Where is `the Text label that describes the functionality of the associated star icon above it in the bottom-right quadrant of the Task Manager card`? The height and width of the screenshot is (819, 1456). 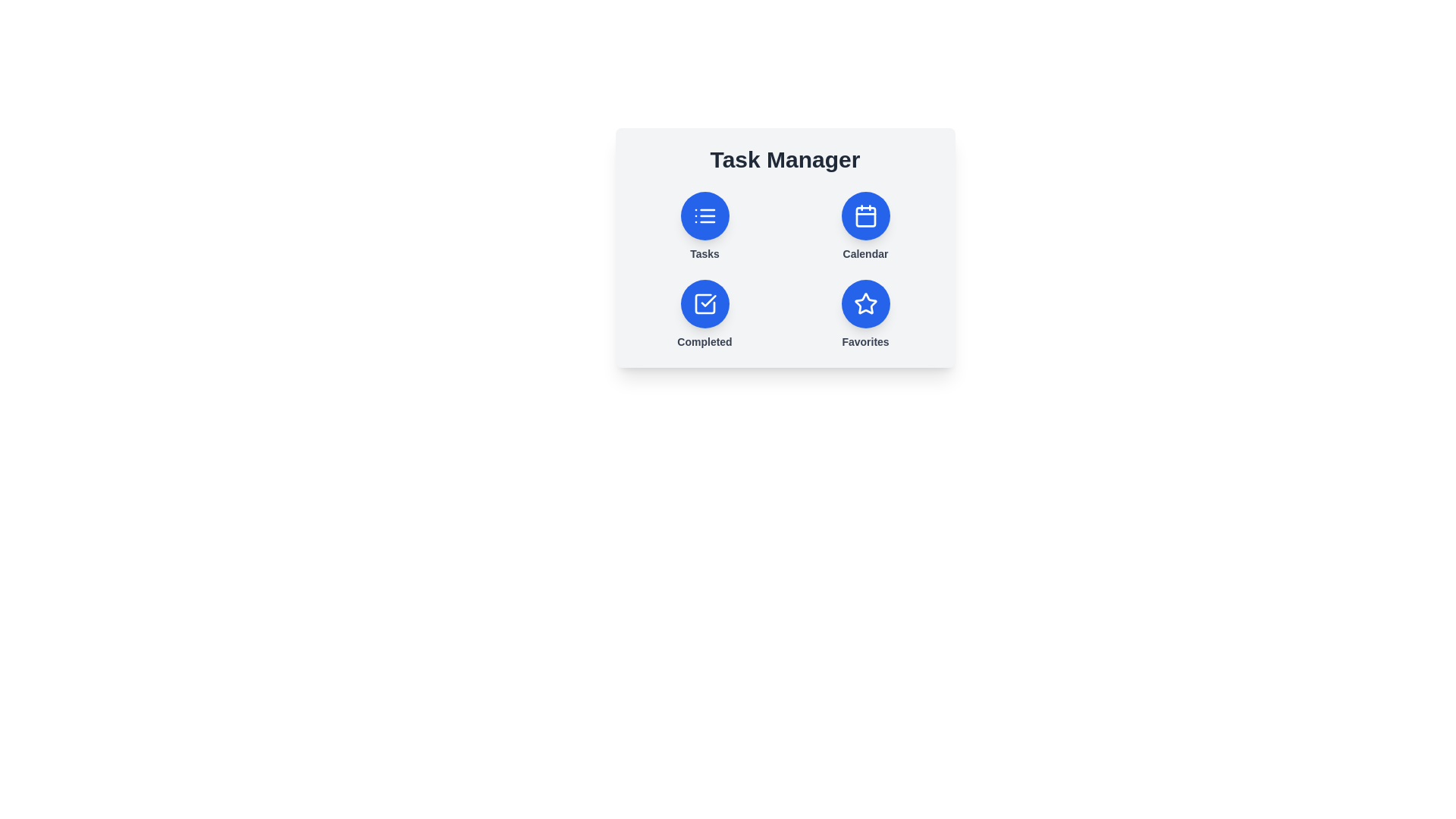
the Text label that describes the functionality of the associated star icon above it in the bottom-right quadrant of the Task Manager card is located at coordinates (865, 342).